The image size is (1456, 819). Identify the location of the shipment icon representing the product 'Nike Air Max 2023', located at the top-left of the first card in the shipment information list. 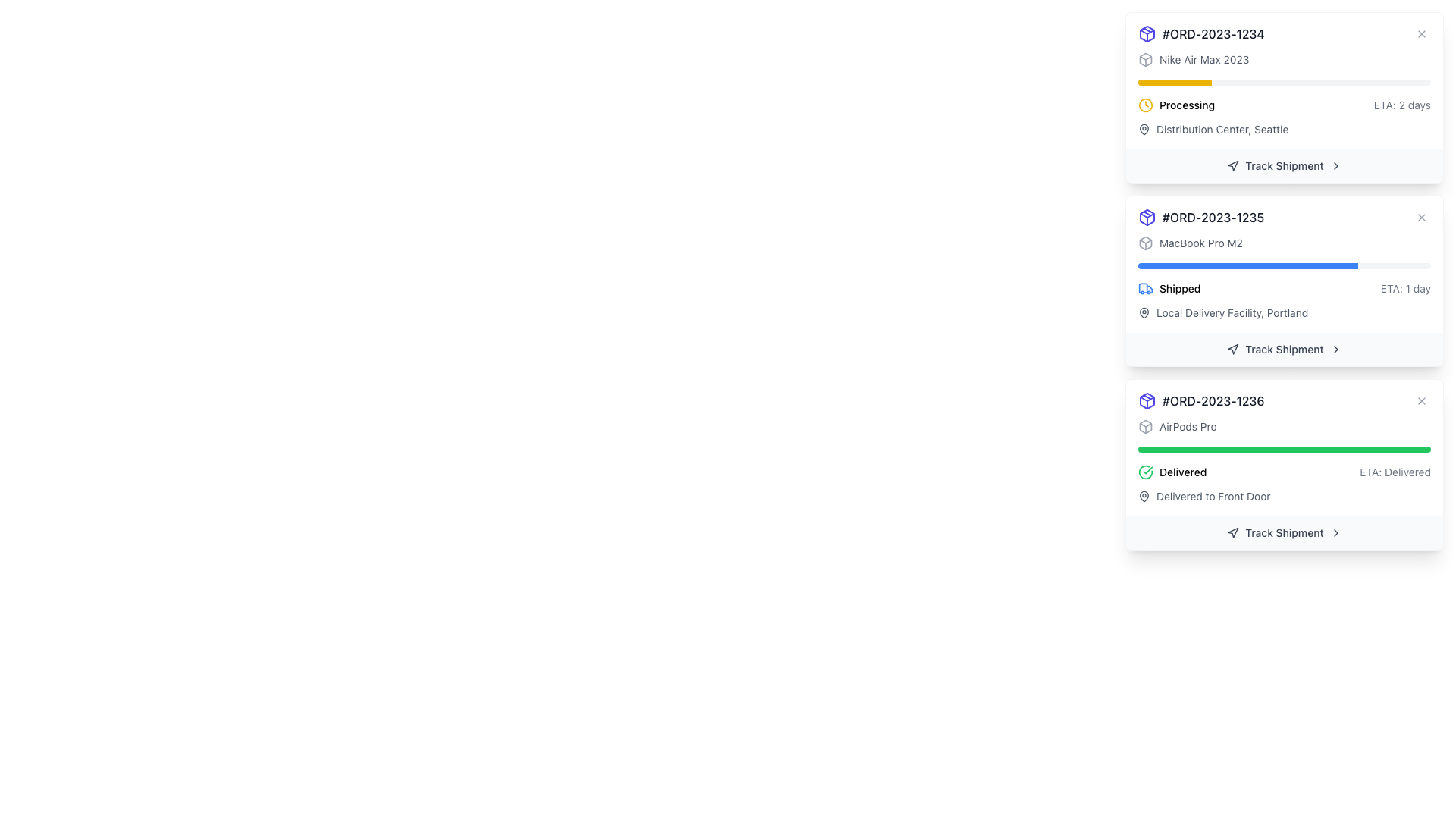
(1146, 58).